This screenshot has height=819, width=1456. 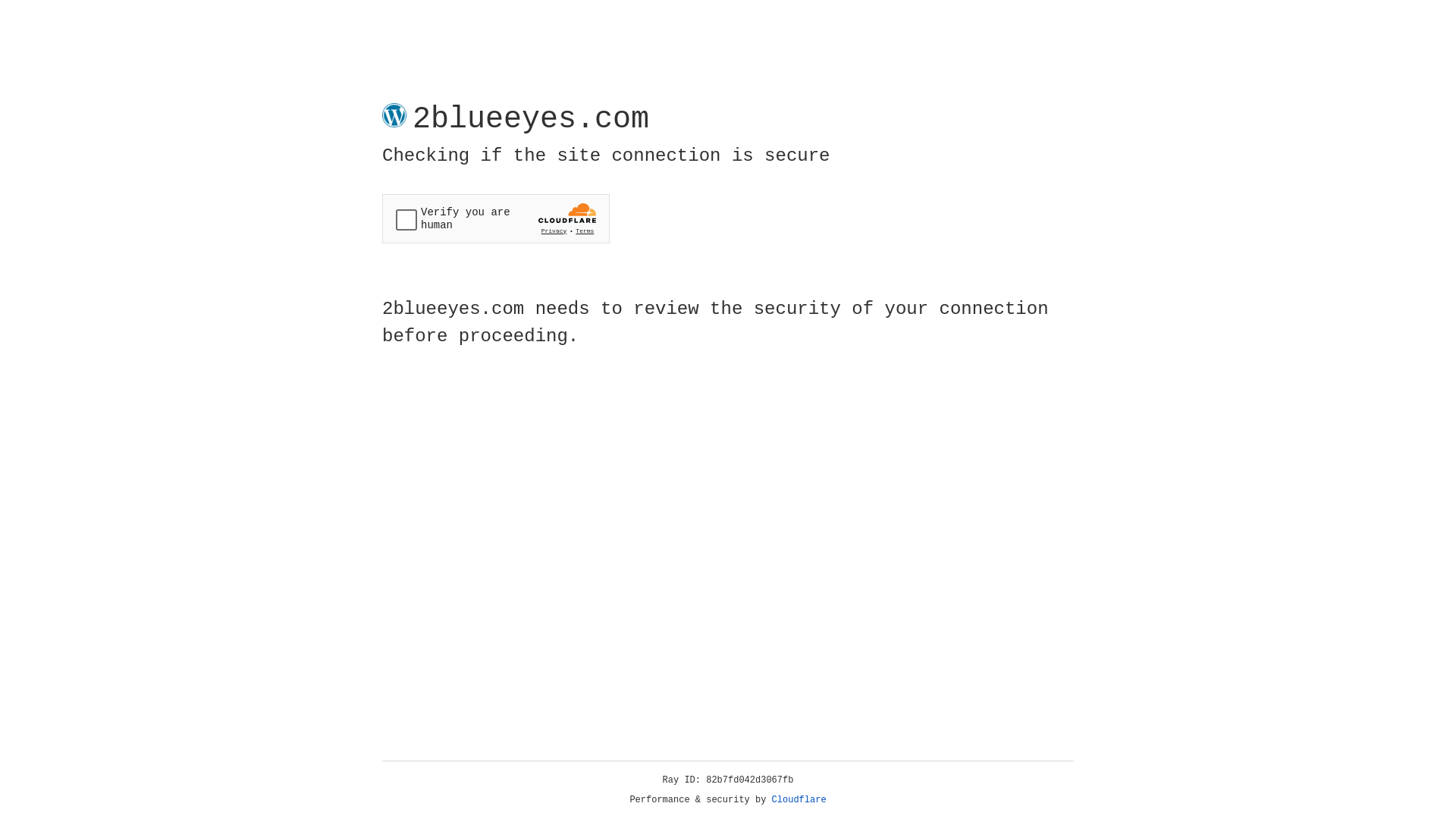 I want to click on 'Cloudflare', so click(x=771, y=799).